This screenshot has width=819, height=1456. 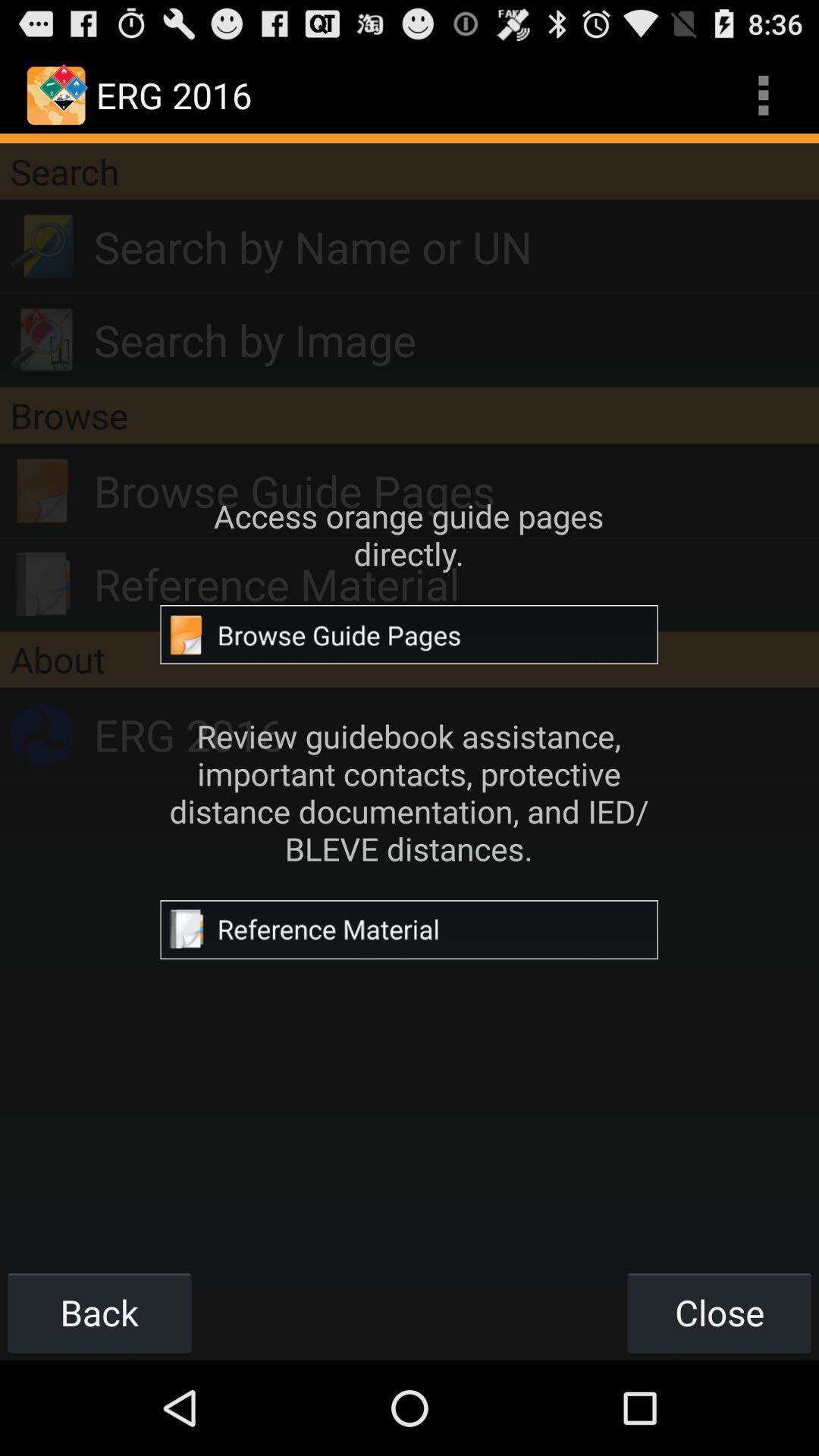 I want to click on button next to the close, so click(x=99, y=1312).